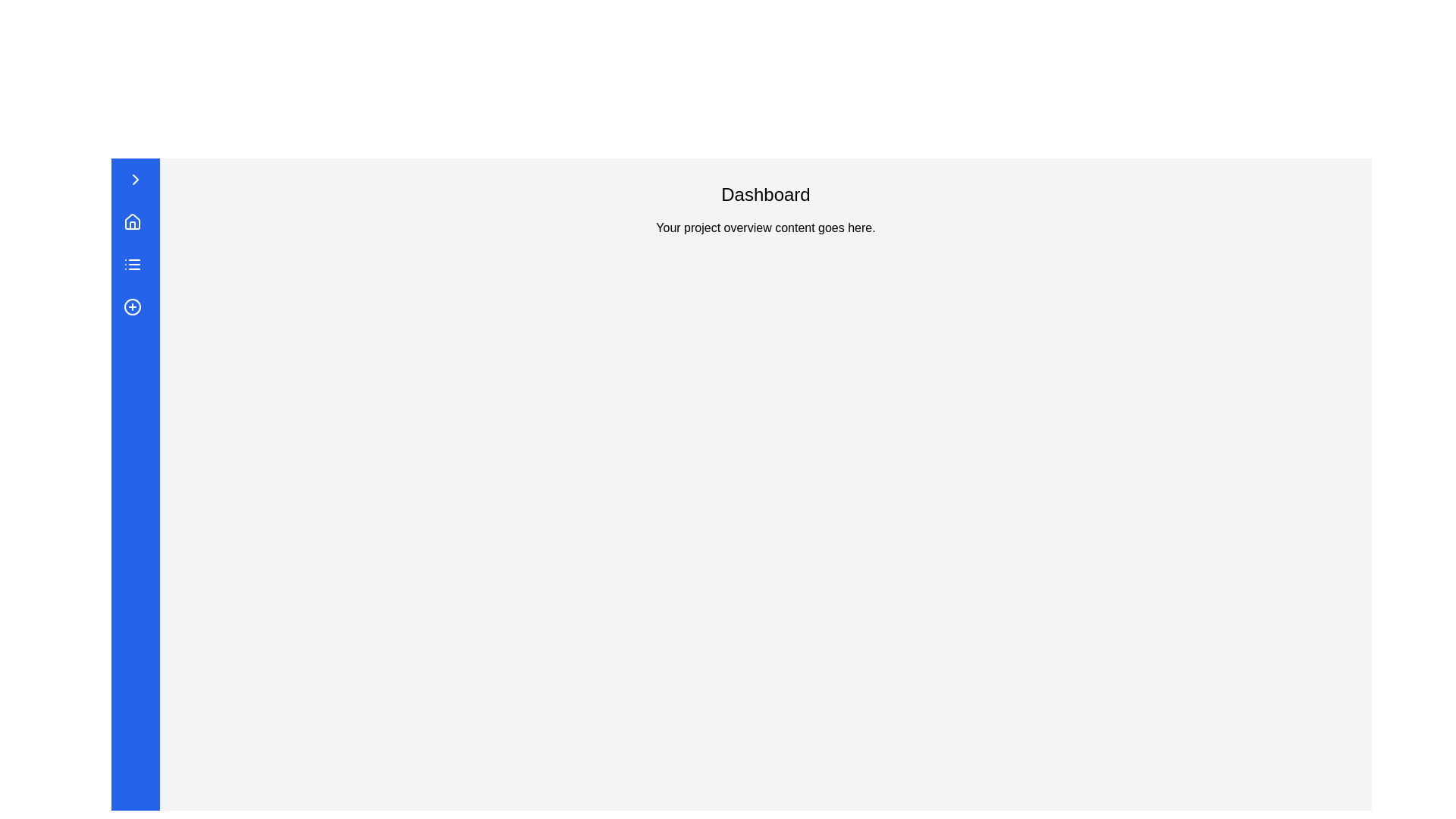 The image size is (1456, 819). What do you see at coordinates (135, 178) in the screenshot?
I see `the arrow button to toggle the drawer` at bounding box center [135, 178].